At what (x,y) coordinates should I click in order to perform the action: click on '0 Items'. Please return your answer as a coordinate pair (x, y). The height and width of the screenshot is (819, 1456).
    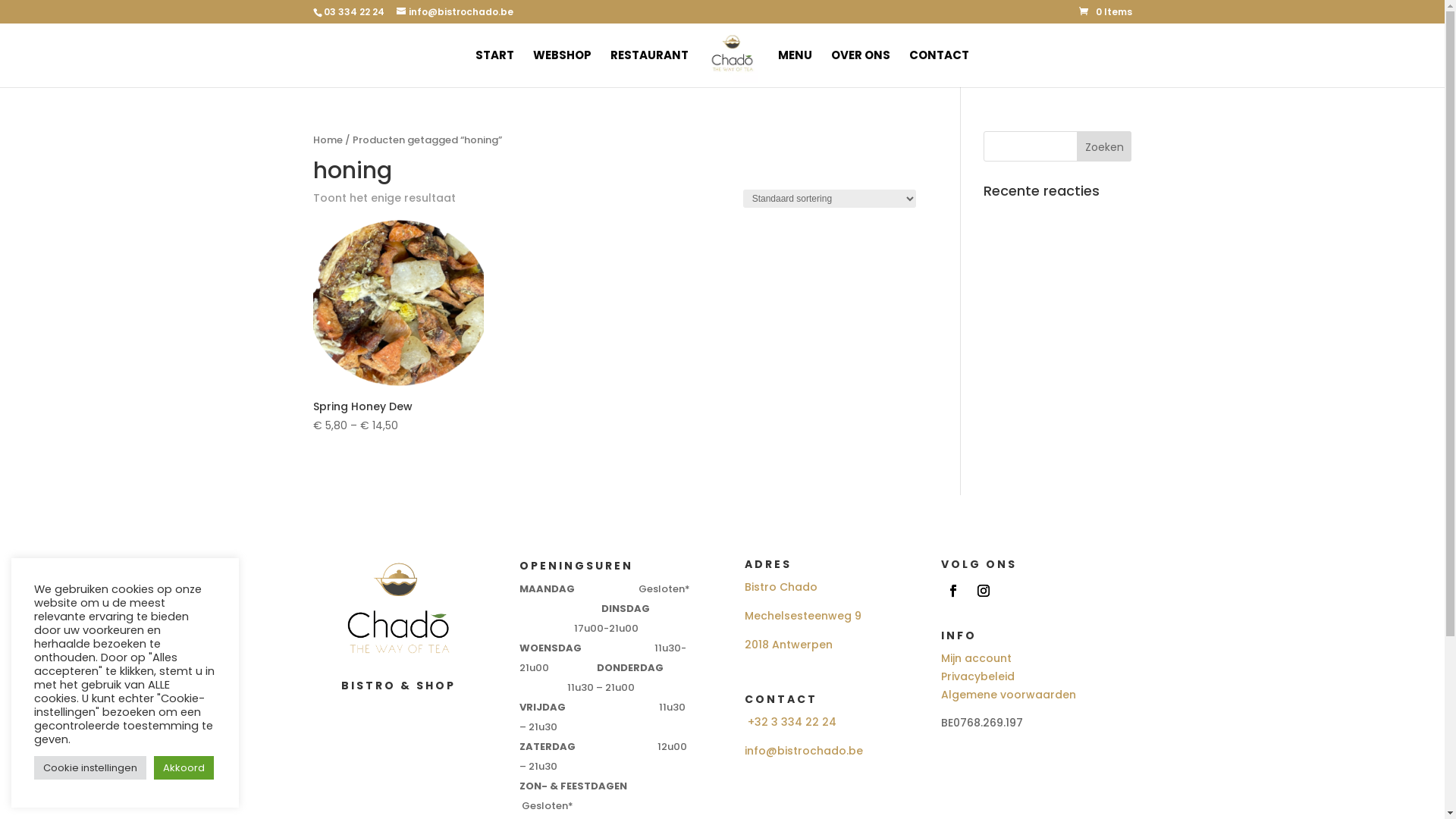
    Looking at the image, I should click on (1105, 11).